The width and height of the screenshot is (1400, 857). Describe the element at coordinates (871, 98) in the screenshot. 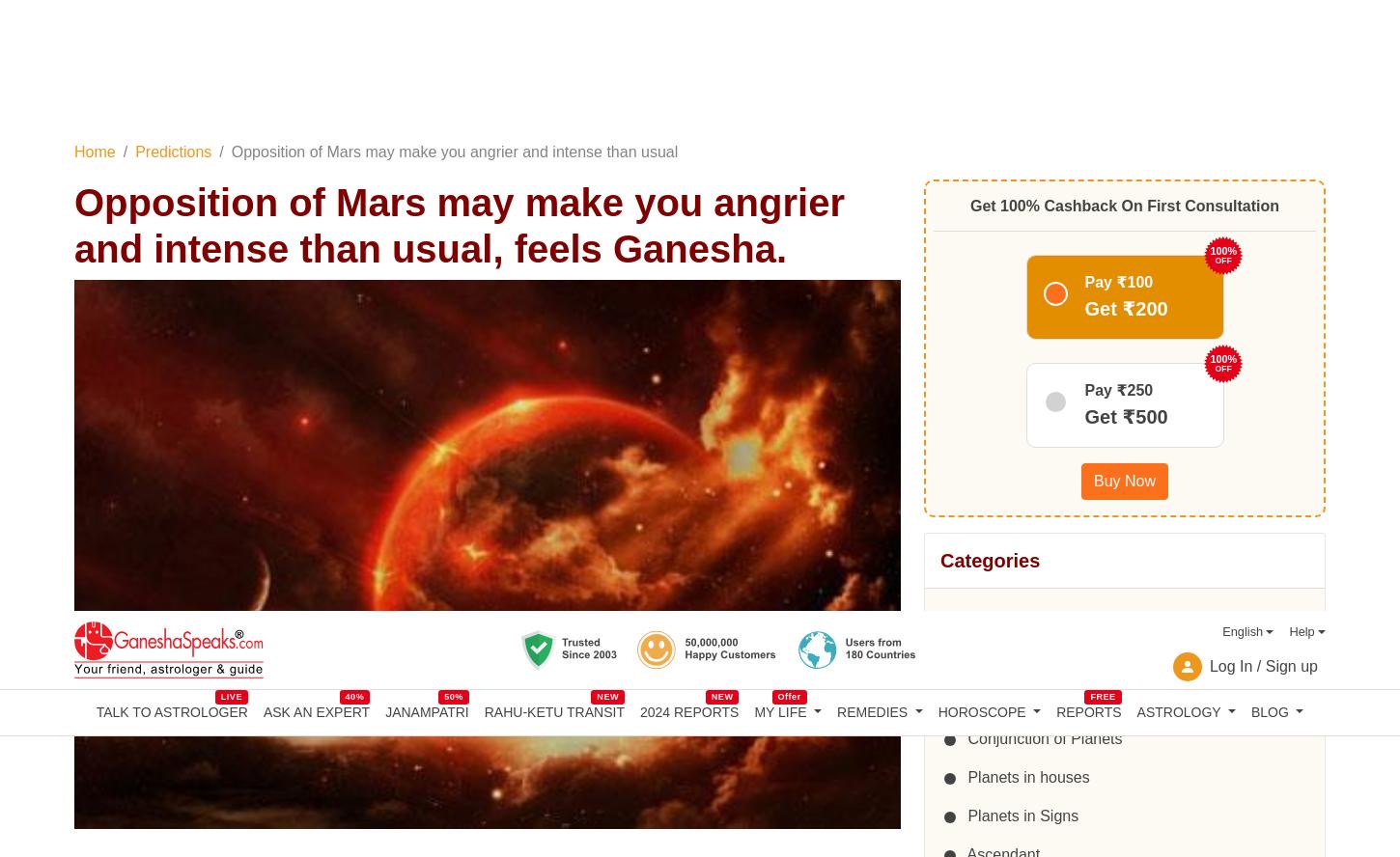

I see `'REMEDIES'` at that location.